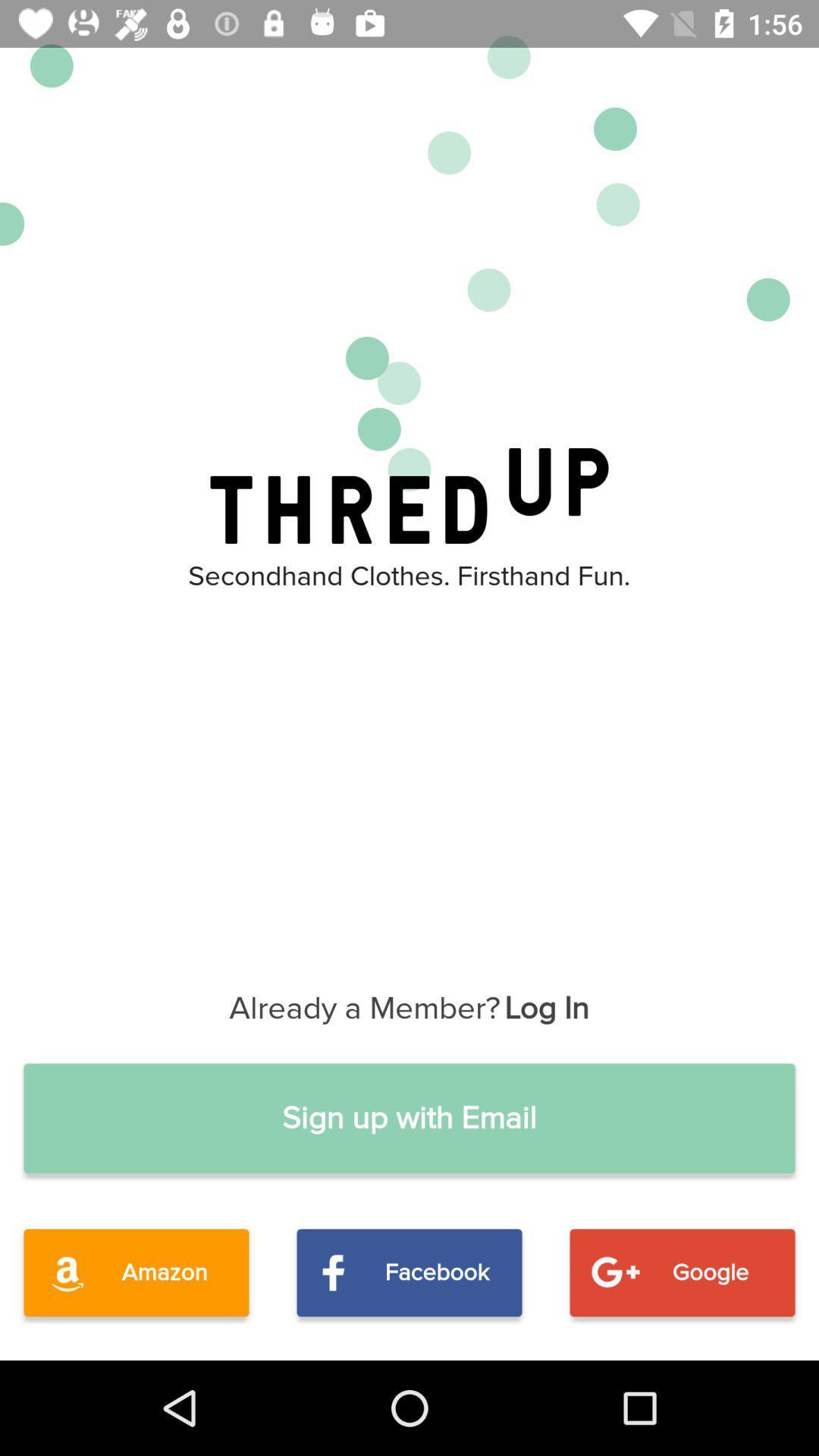 This screenshot has width=819, height=1456. Describe the element at coordinates (409, 1272) in the screenshot. I see `item next to amazon icon` at that location.